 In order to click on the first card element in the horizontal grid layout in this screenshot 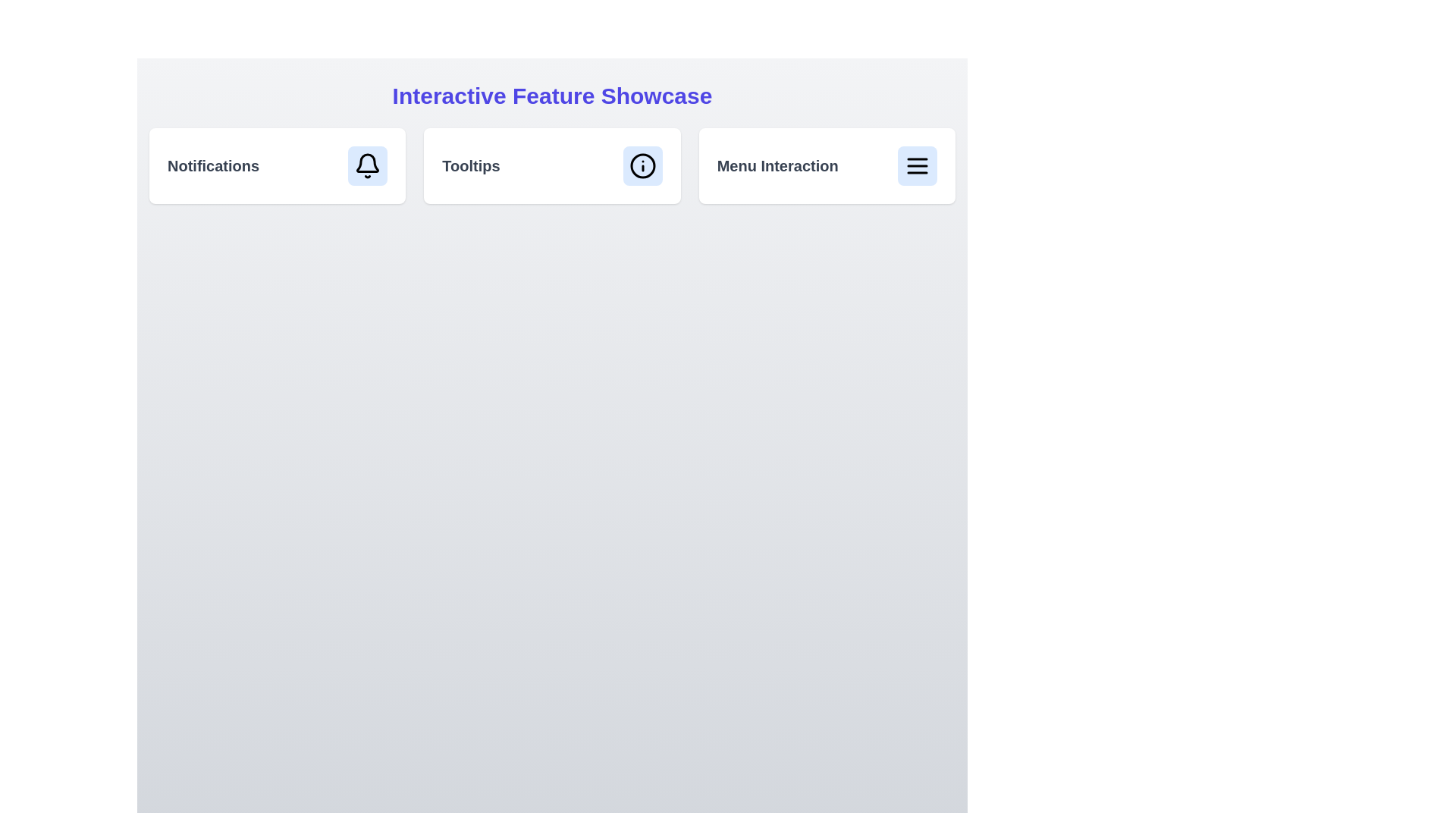, I will do `click(278, 166)`.